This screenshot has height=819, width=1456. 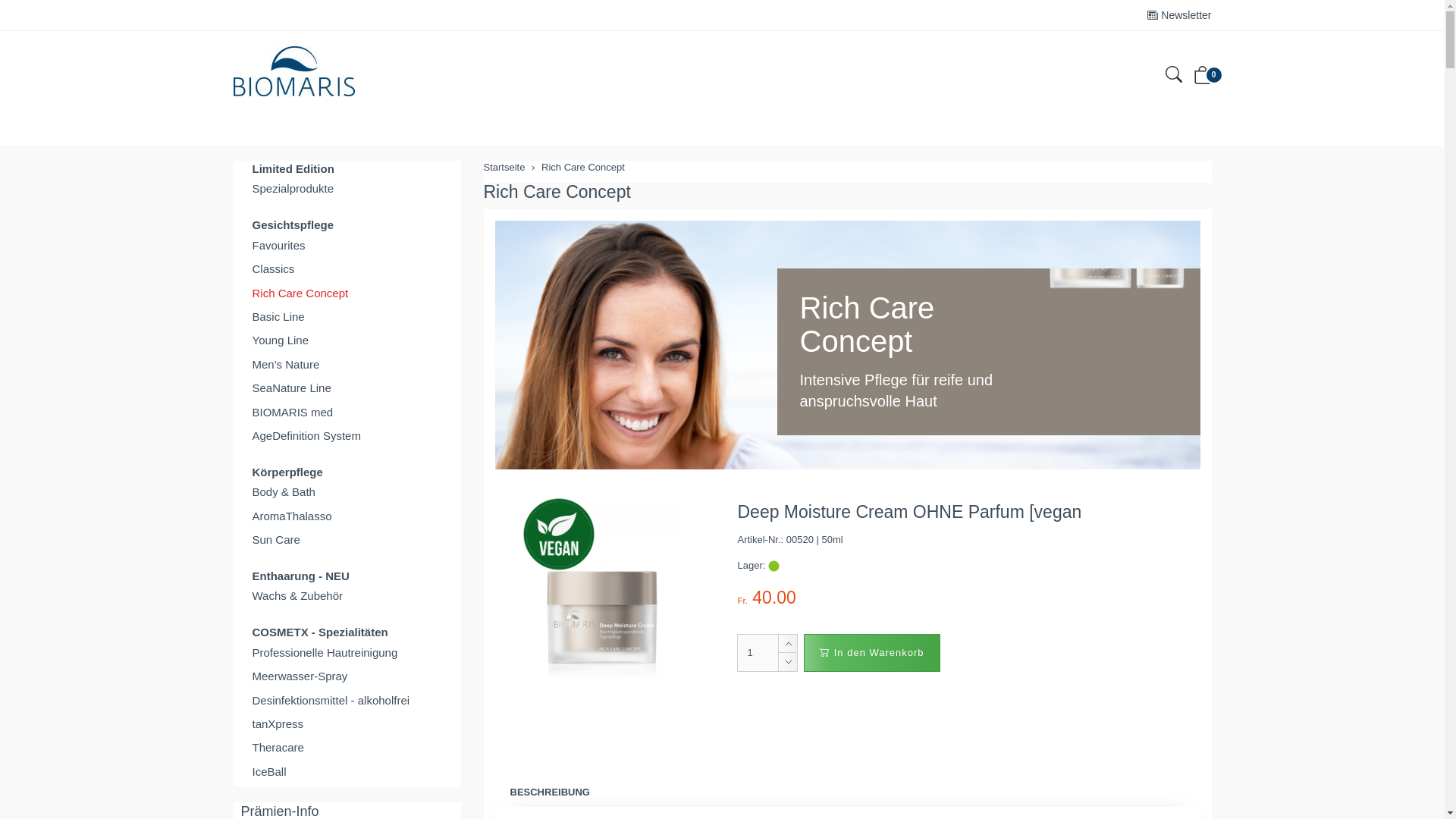 What do you see at coordinates (346, 651) in the screenshot?
I see `'Professionelle Hautreinigung'` at bounding box center [346, 651].